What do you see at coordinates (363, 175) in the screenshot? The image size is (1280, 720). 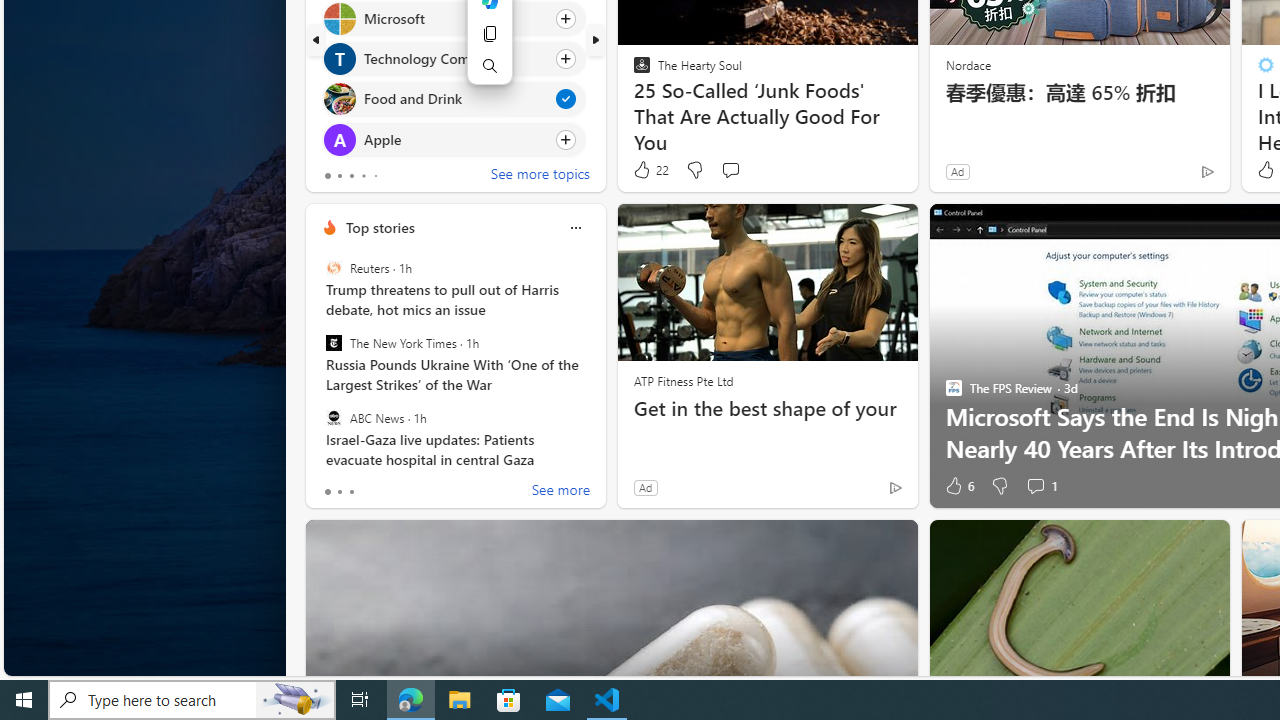 I see `'tab-3'` at bounding box center [363, 175].